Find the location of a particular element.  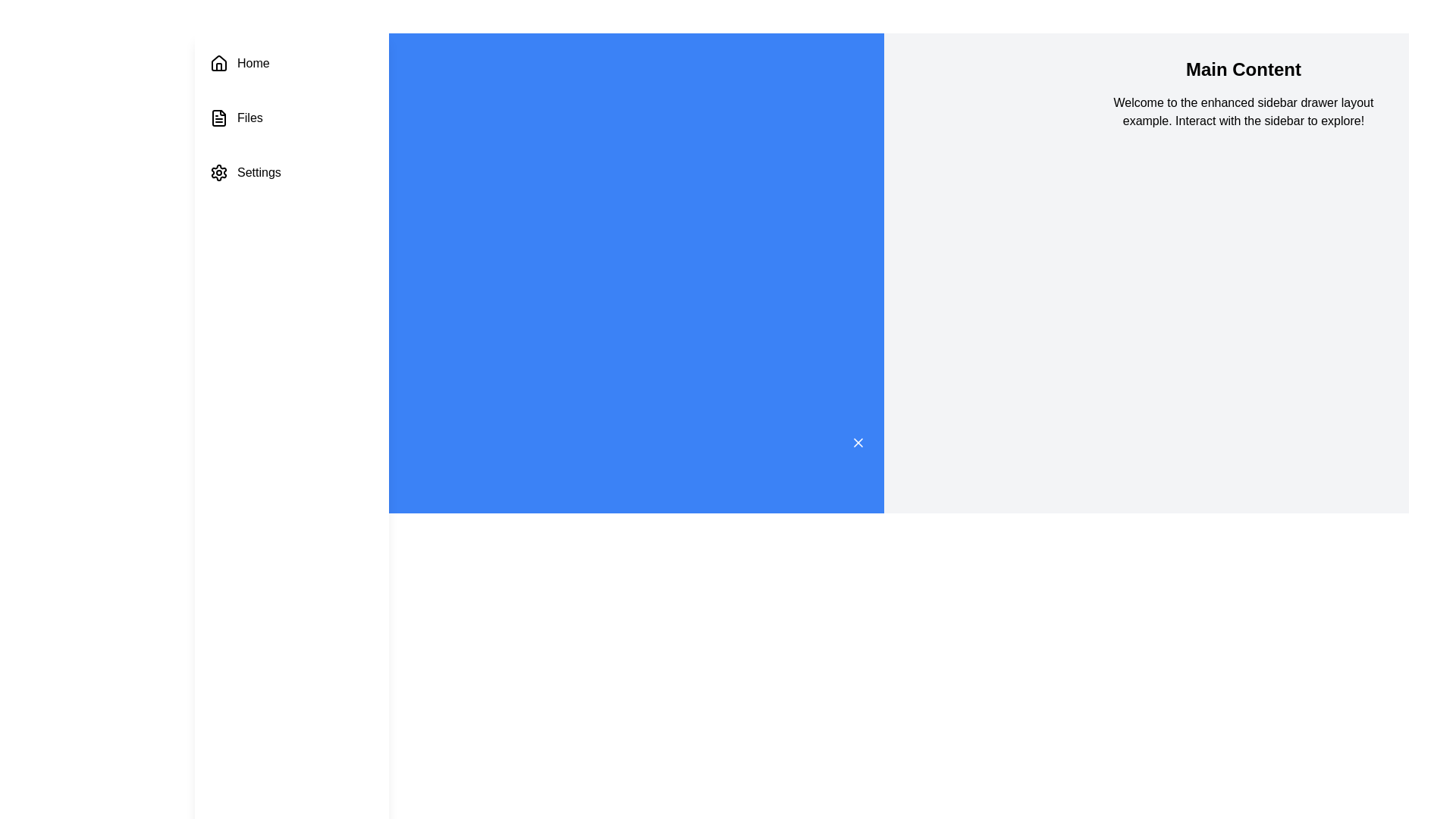

the menu item Home to navigate to the corresponding section is located at coordinates (291, 63).